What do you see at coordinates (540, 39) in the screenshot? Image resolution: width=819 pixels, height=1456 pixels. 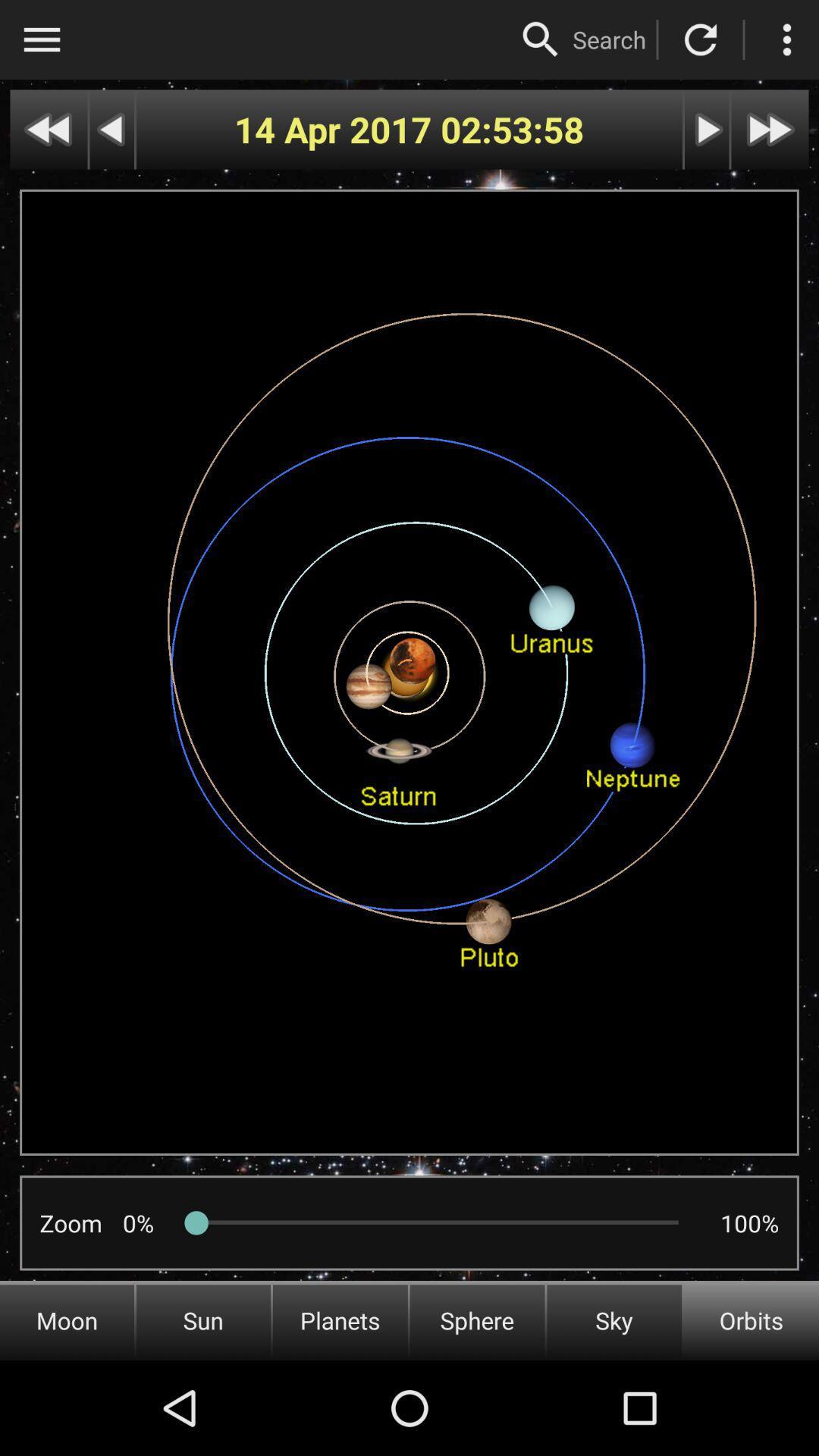 I see `item above 02:53:58 item` at bounding box center [540, 39].